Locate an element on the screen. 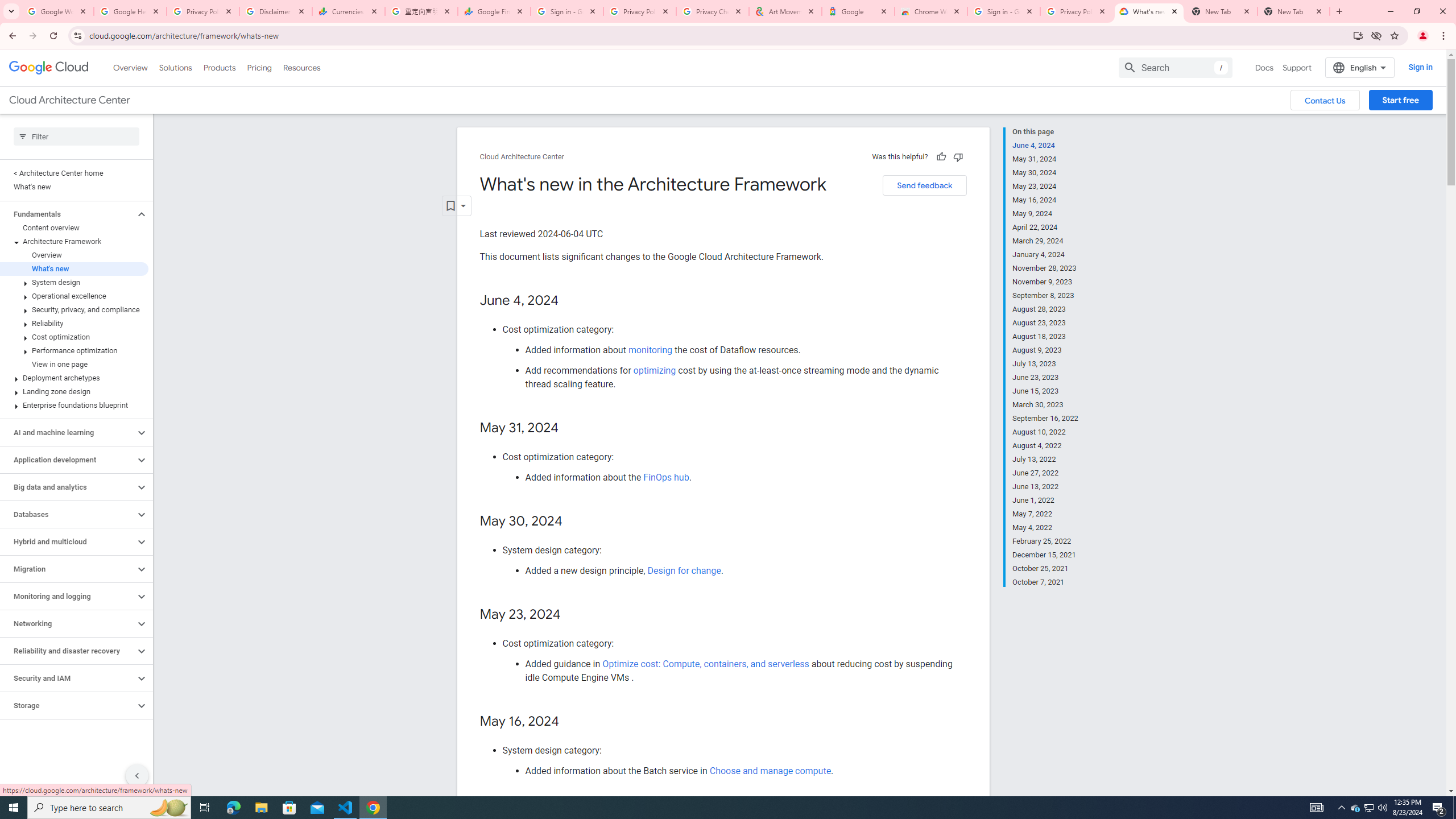 This screenshot has height=819, width=1456. 'What' is located at coordinates (74, 268).